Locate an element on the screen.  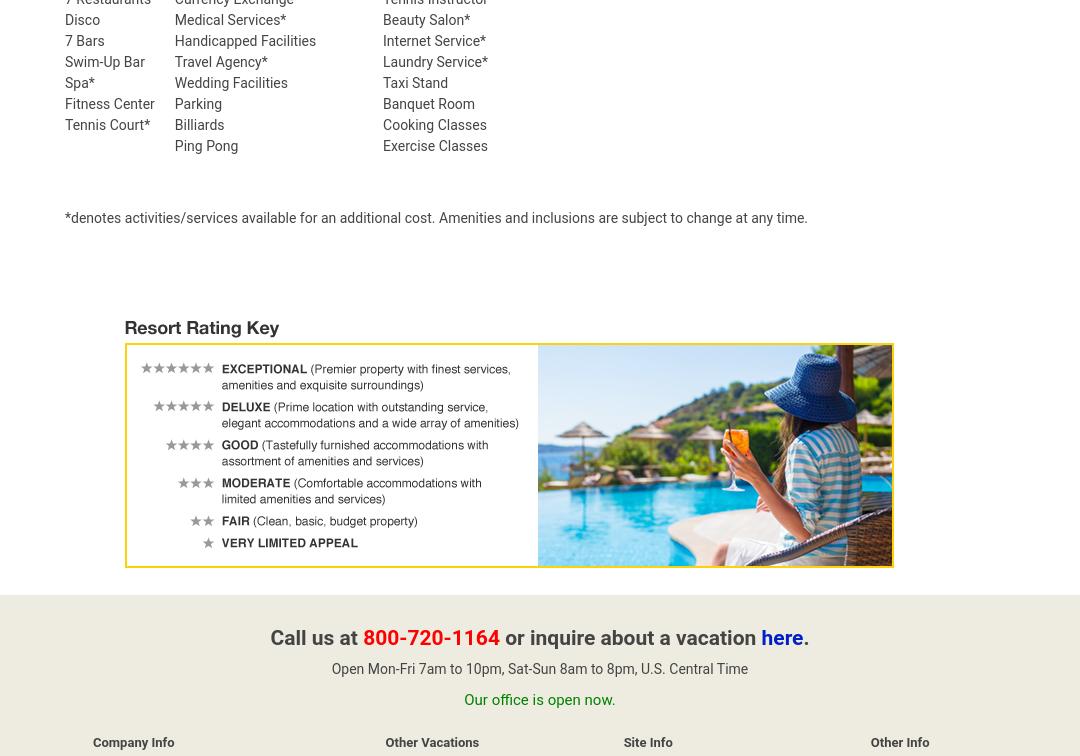
'Company Info' is located at coordinates (133, 742).